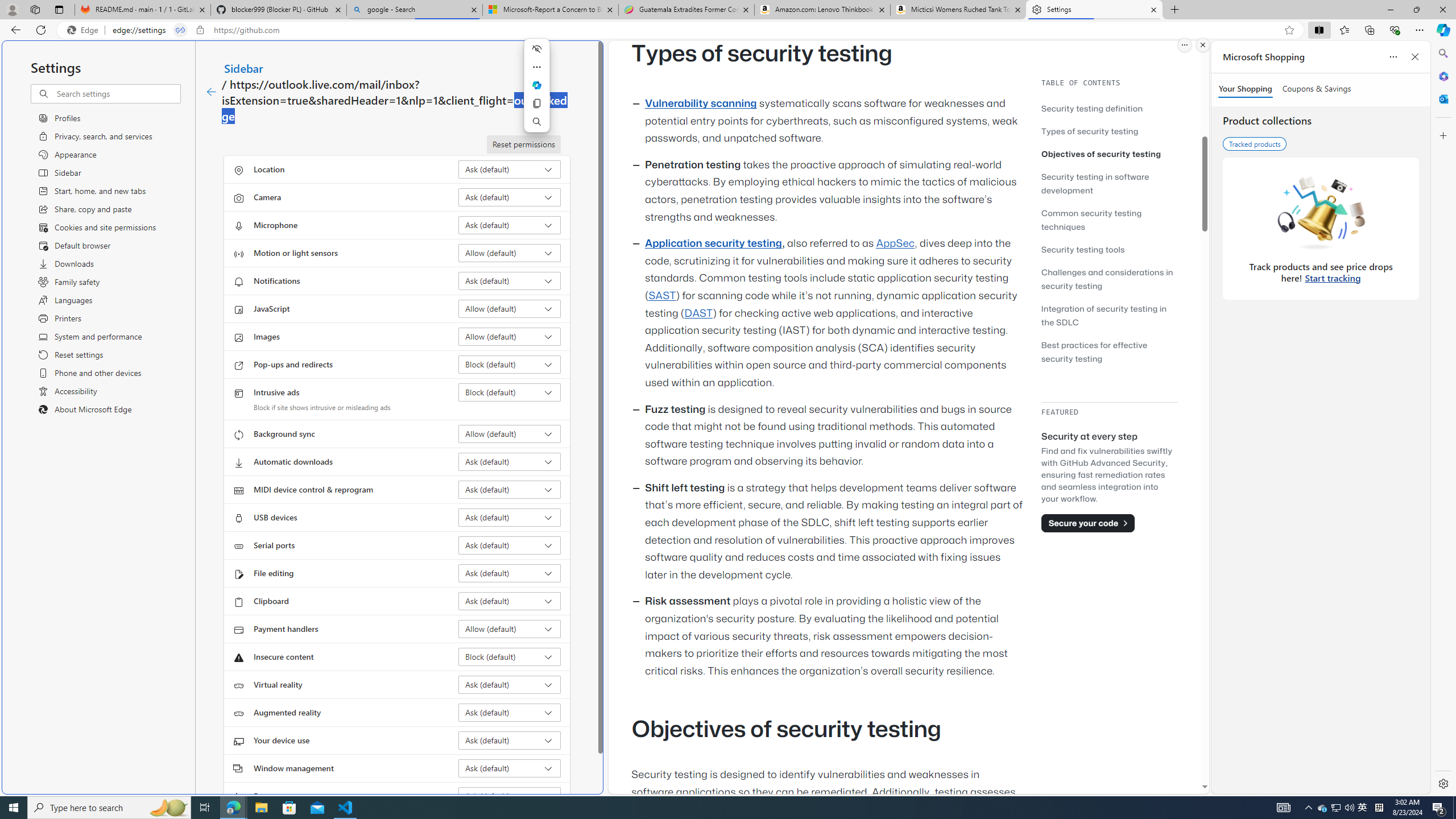  Describe the element at coordinates (510, 392) in the screenshot. I see `'Intrusive ads Block (default)'` at that location.